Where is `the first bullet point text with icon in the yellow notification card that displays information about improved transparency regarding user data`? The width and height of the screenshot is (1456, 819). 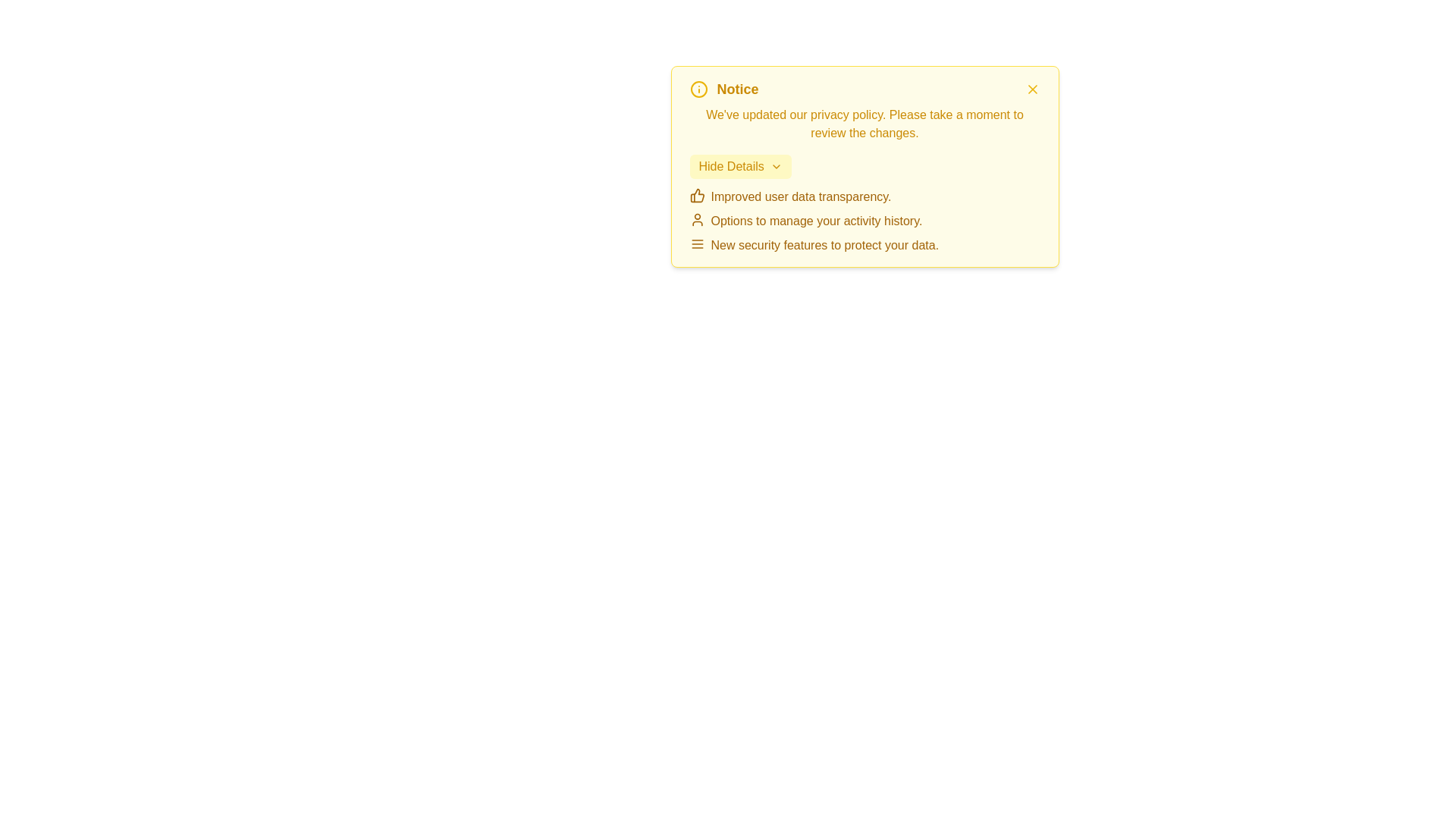
the first bullet point text with icon in the yellow notification card that displays information about improved transparency regarding user data is located at coordinates (864, 196).